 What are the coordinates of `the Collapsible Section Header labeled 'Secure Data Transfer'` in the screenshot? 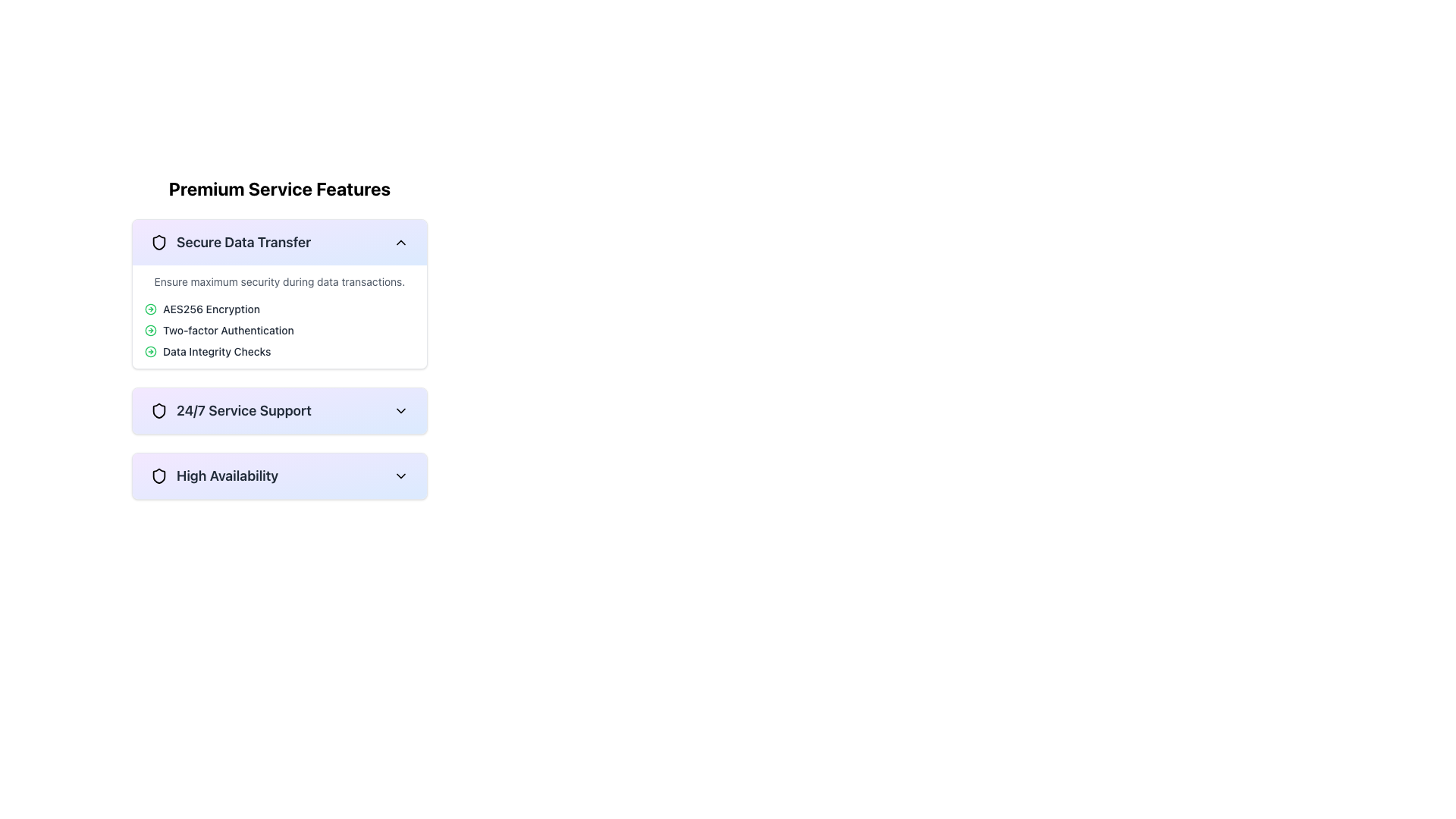 It's located at (280, 242).